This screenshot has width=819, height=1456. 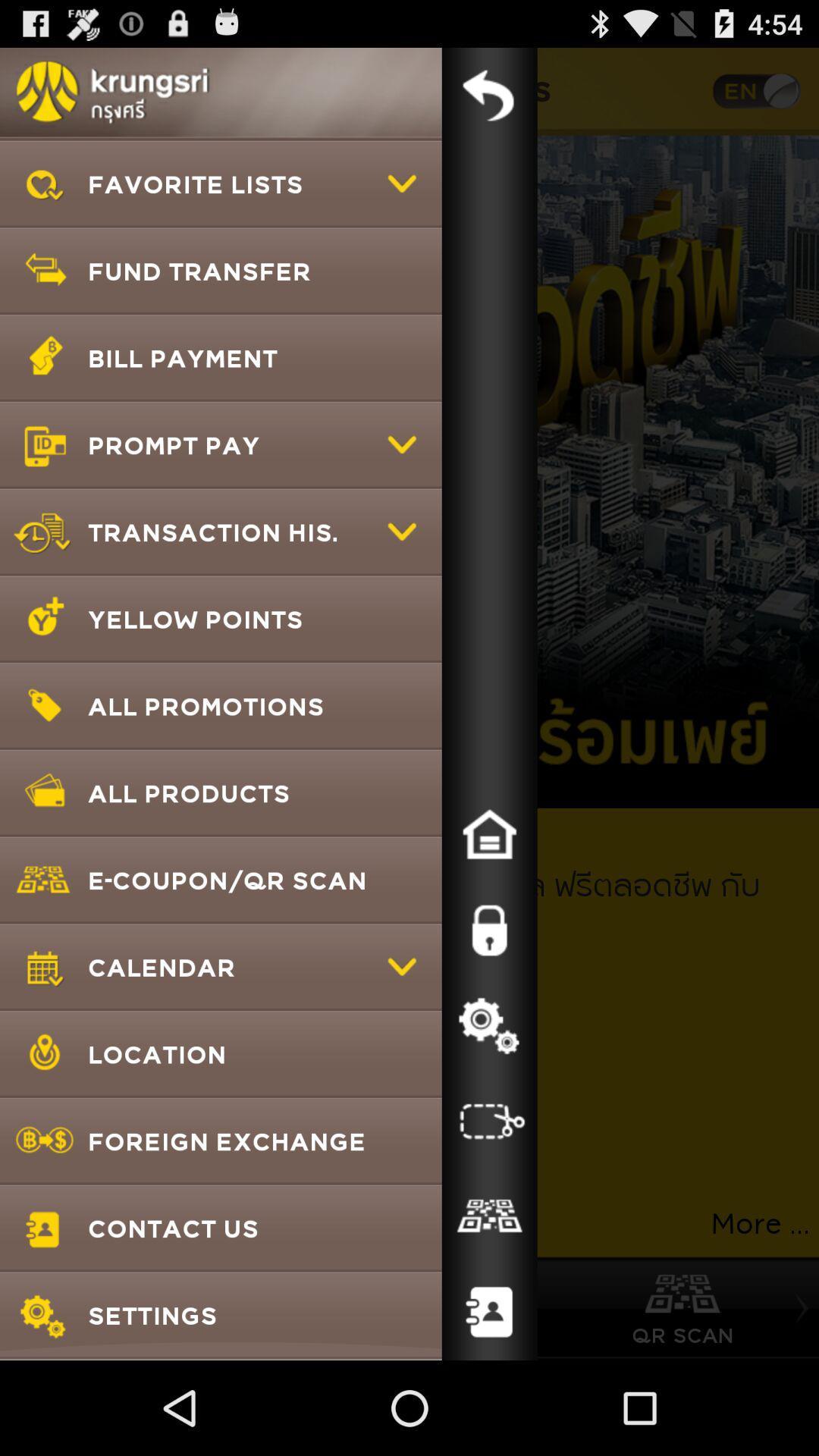 I want to click on the home icon, so click(x=489, y=893).